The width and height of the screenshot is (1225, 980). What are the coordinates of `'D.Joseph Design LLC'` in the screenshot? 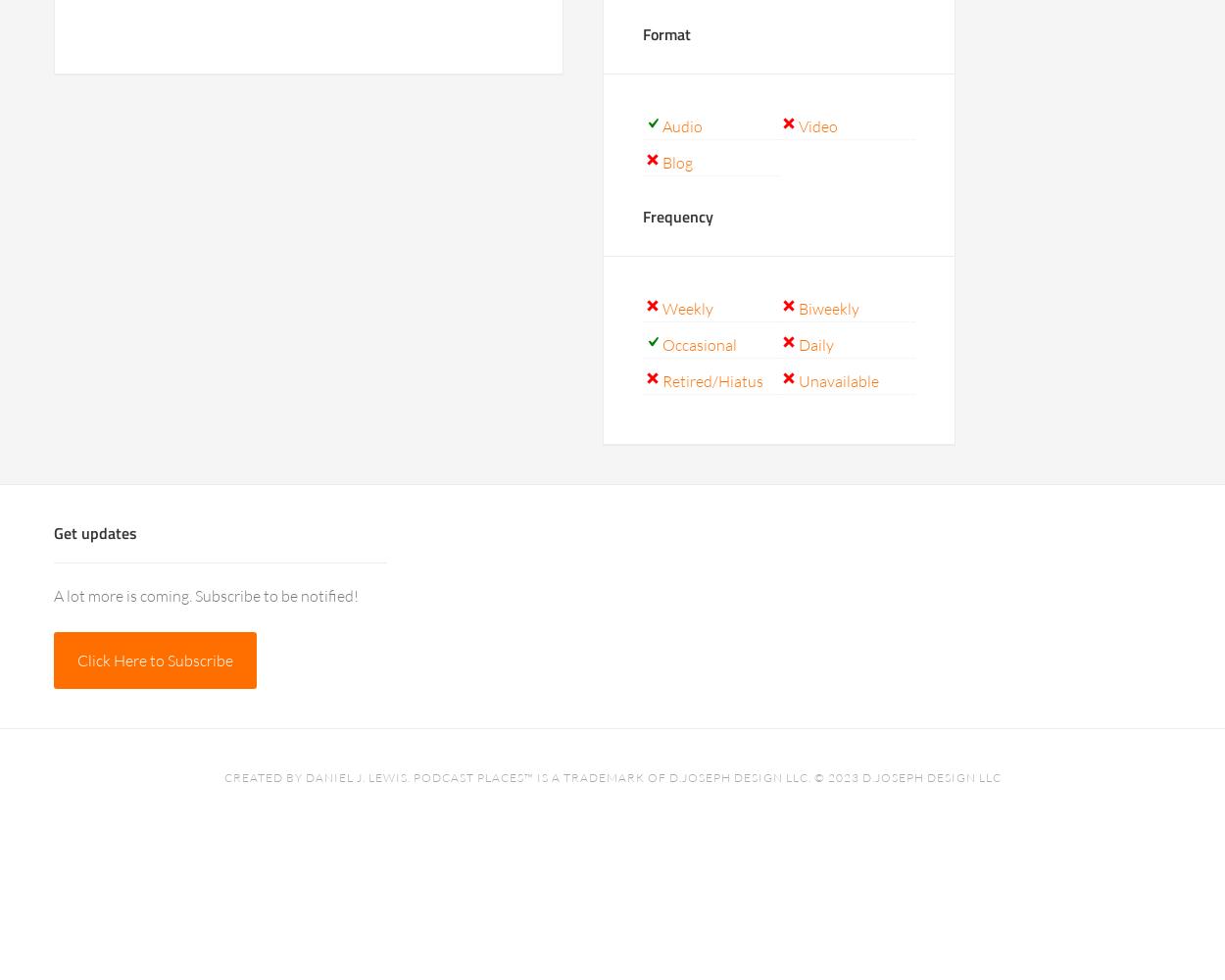 It's located at (930, 777).